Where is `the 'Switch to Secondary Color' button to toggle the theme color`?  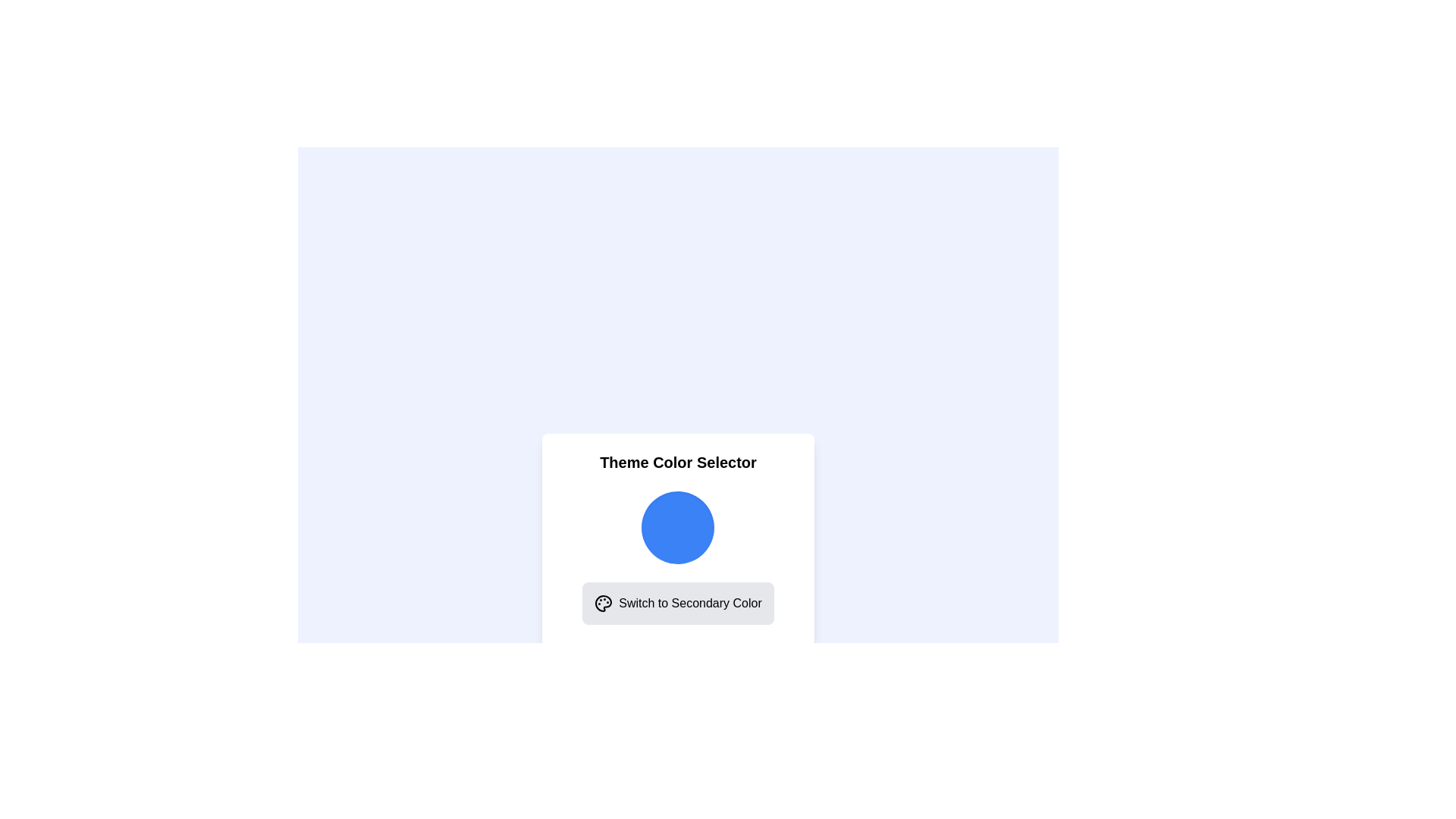 the 'Switch to Secondary Color' button to toggle the theme color is located at coordinates (676, 602).